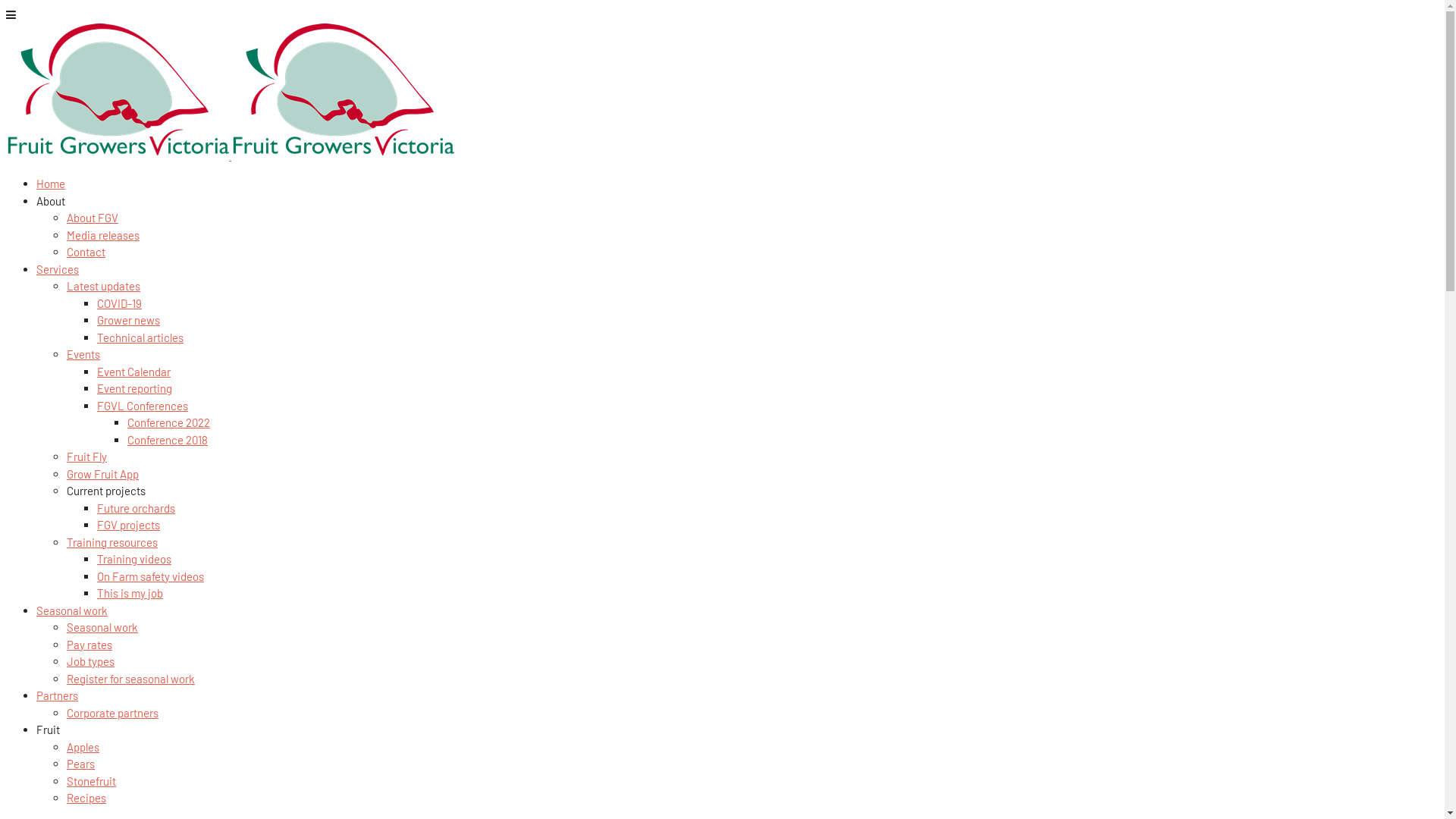  I want to click on 'Home', so click(51, 183).